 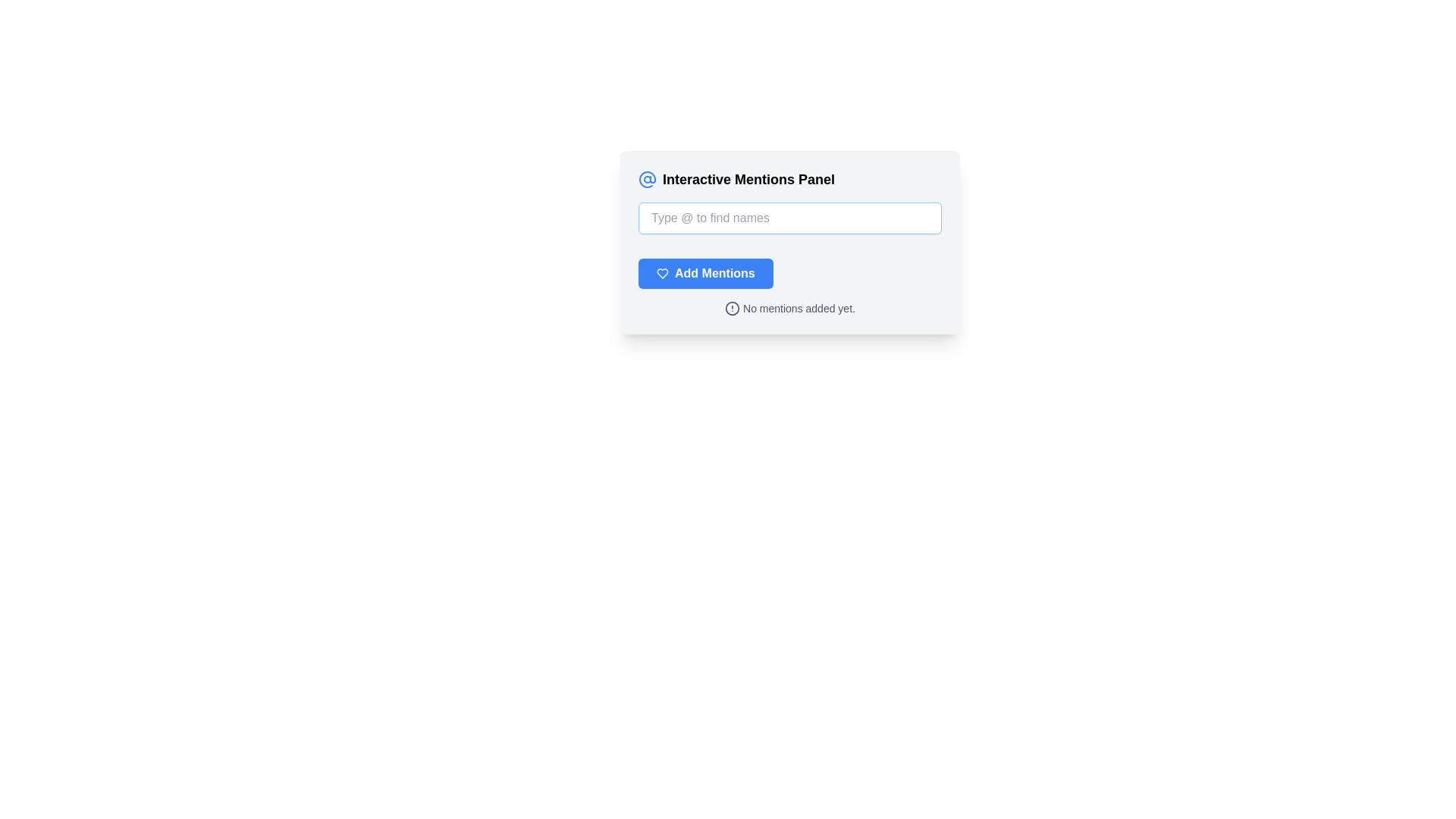 What do you see at coordinates (648, 178) in the screenshot?
I see `the blue circular '@' icon with an 'a' in the center, located in the top left corner of the 'Interactive Mentions Panel' as a visual cue` at bounding box center [648, 178].